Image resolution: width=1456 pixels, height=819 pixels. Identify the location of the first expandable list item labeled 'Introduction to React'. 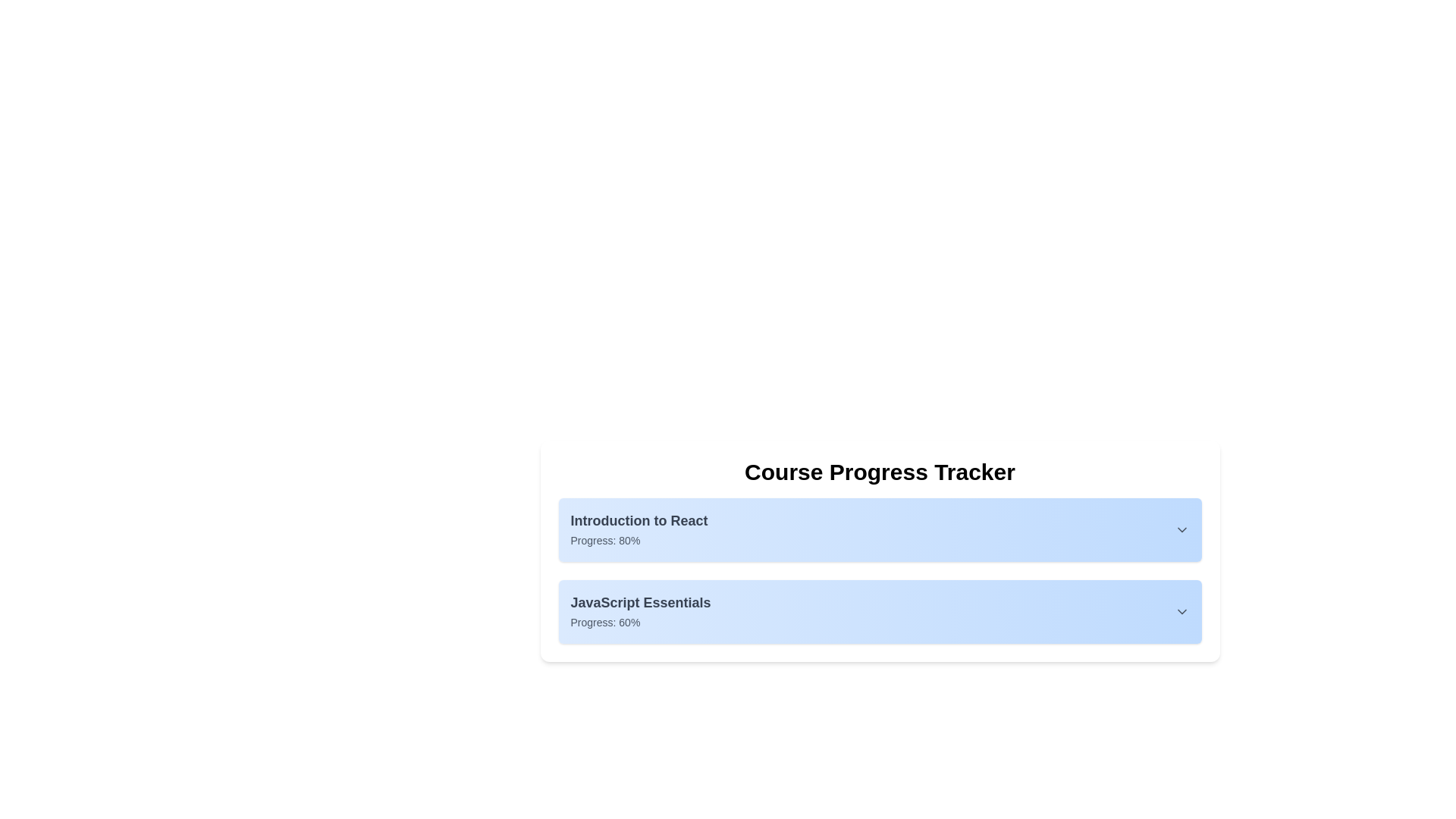
(880, 529).